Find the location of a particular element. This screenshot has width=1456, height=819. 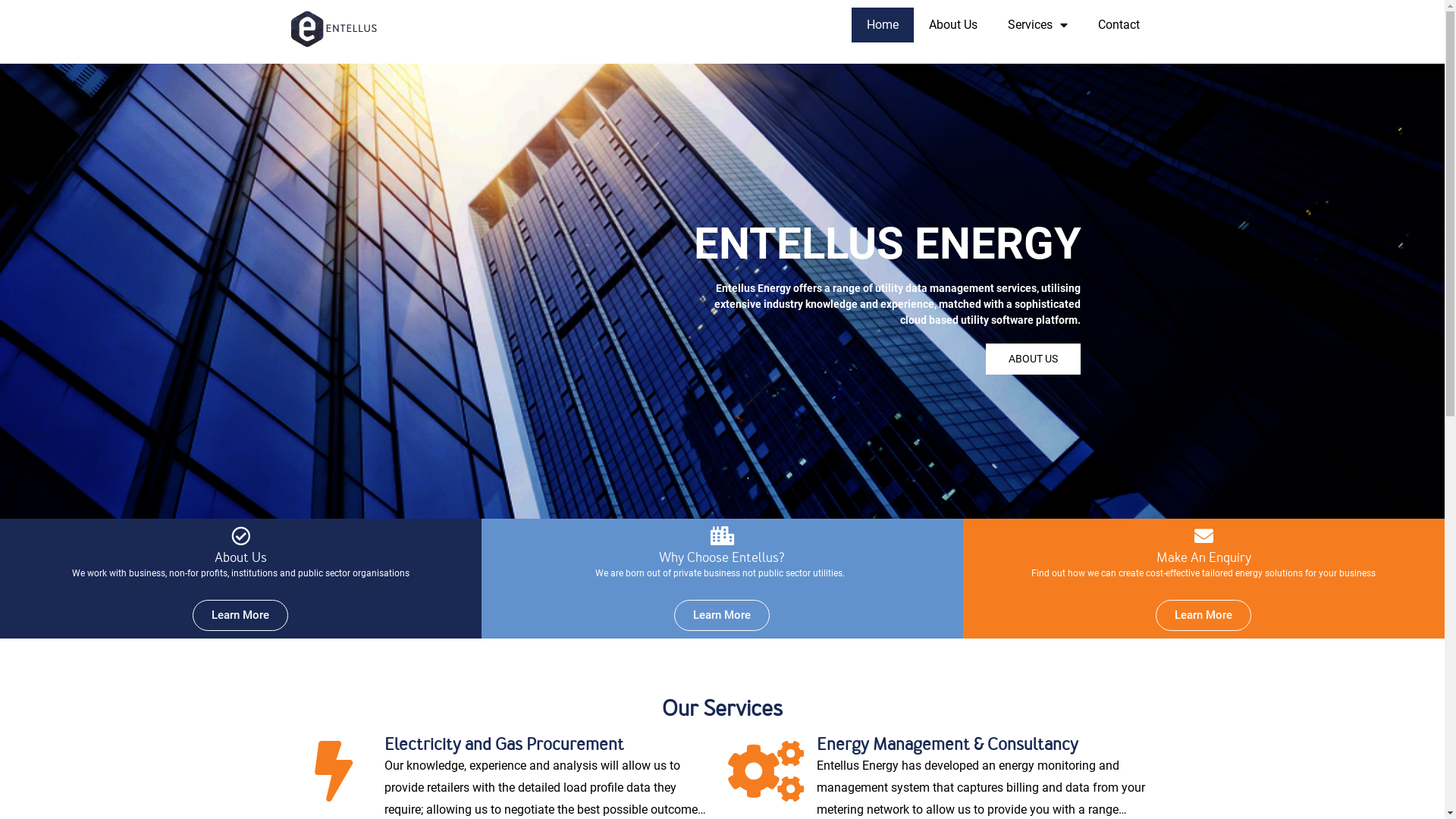

'ABOUT US' is located at coordinates (1032, 359).